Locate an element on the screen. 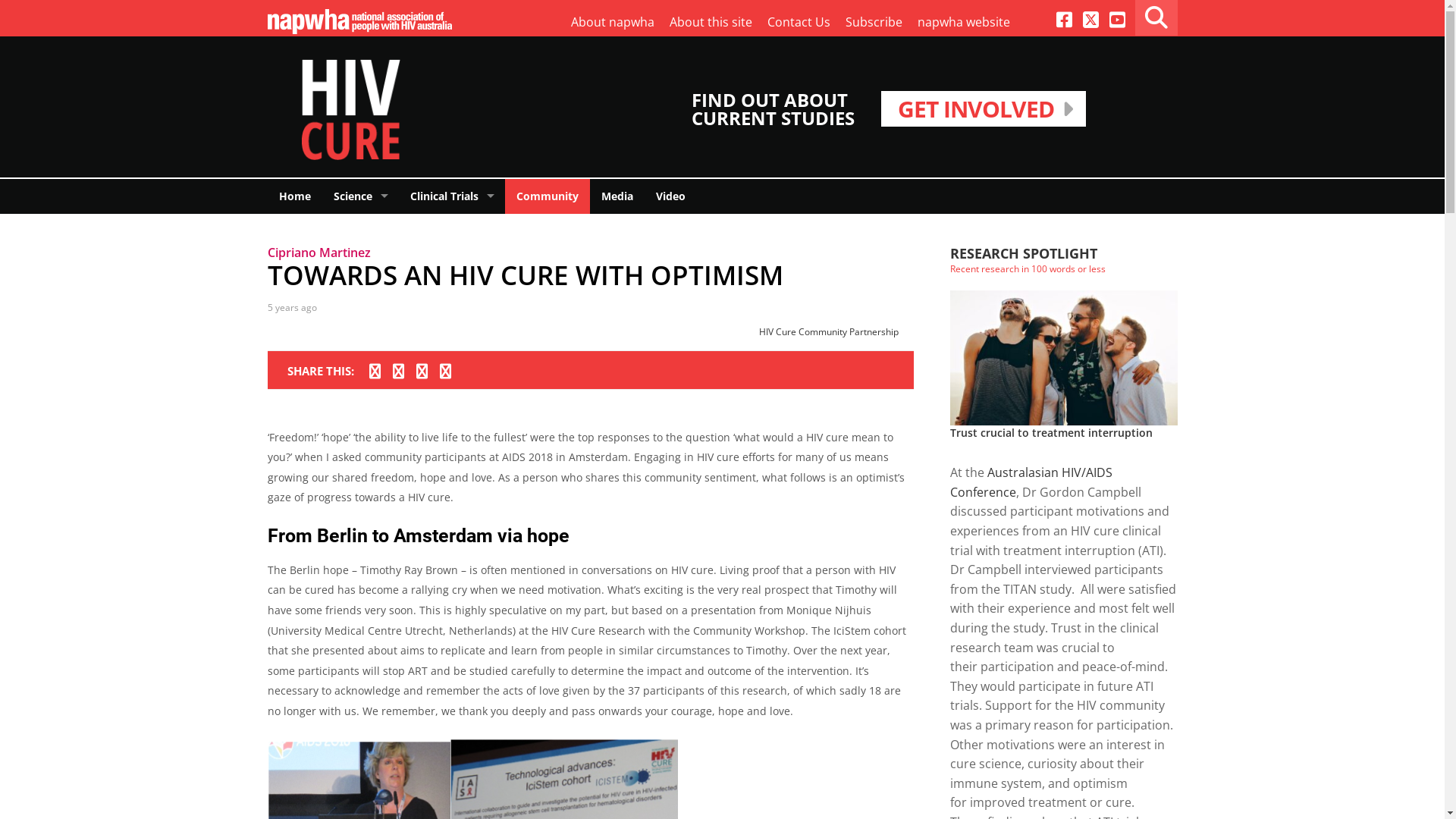 This screenshot has height=819, width=1456. 'Video' is located at coordinates (670, 195).